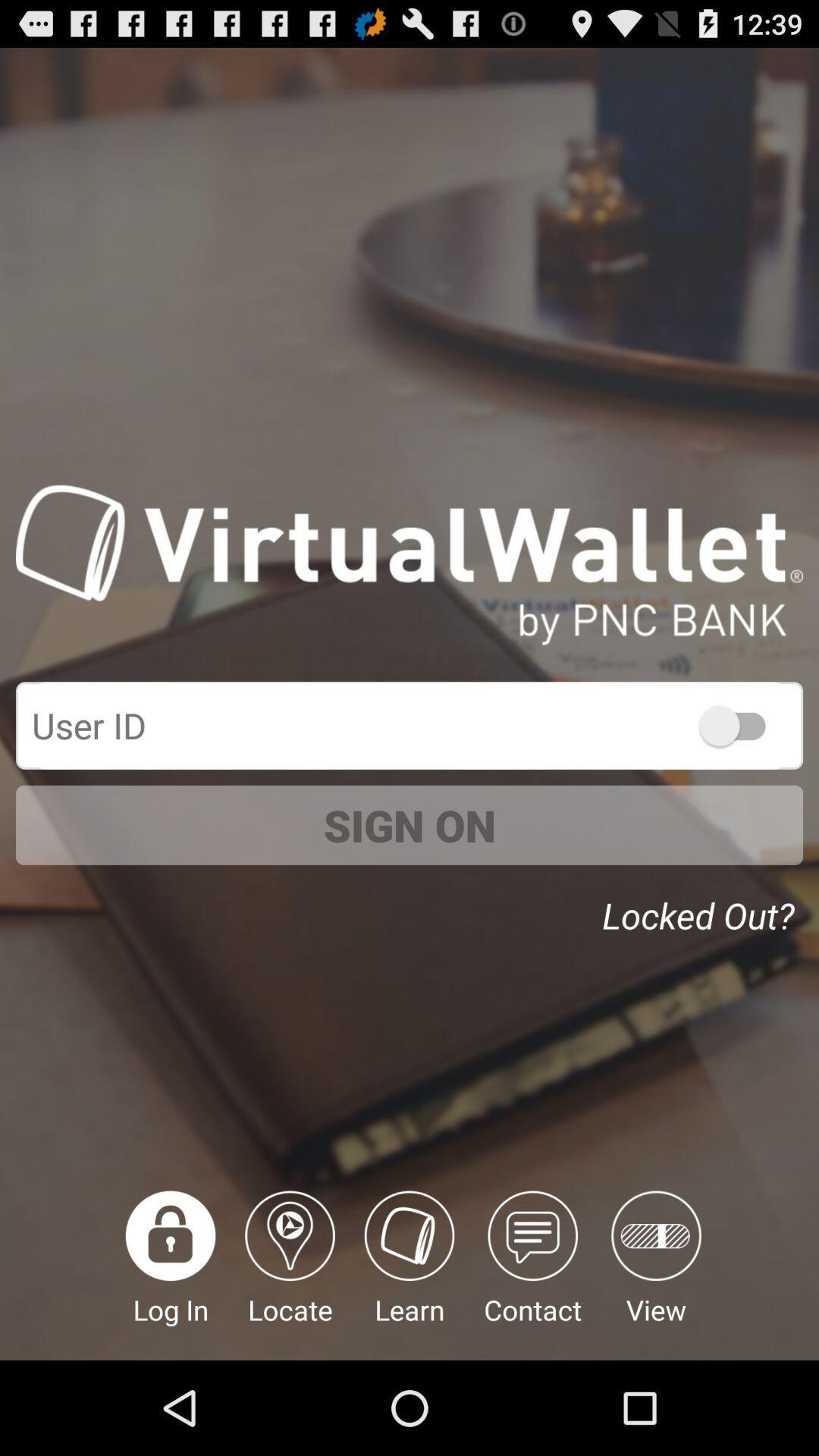  What do you see at coordinates (532, 1275) in the screenshot?
I see `icon next to the view icon` at bounding box center [532, 1275].